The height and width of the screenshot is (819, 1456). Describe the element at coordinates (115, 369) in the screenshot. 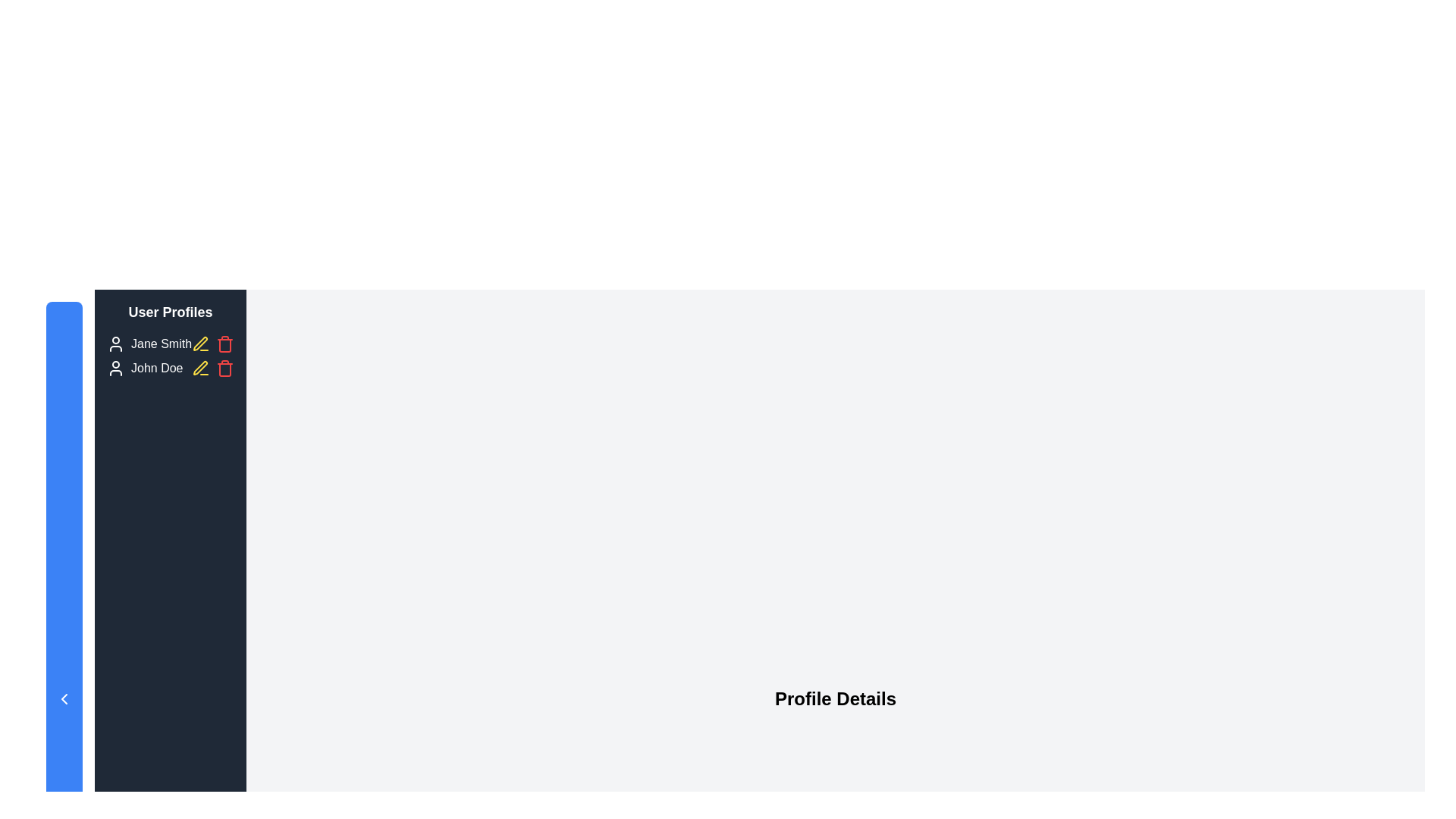

I see `the user profile icon, which is a white outline of a person on a dark background, located in the 'User Profiles' panel next to the label 'John Doe'` at that location.